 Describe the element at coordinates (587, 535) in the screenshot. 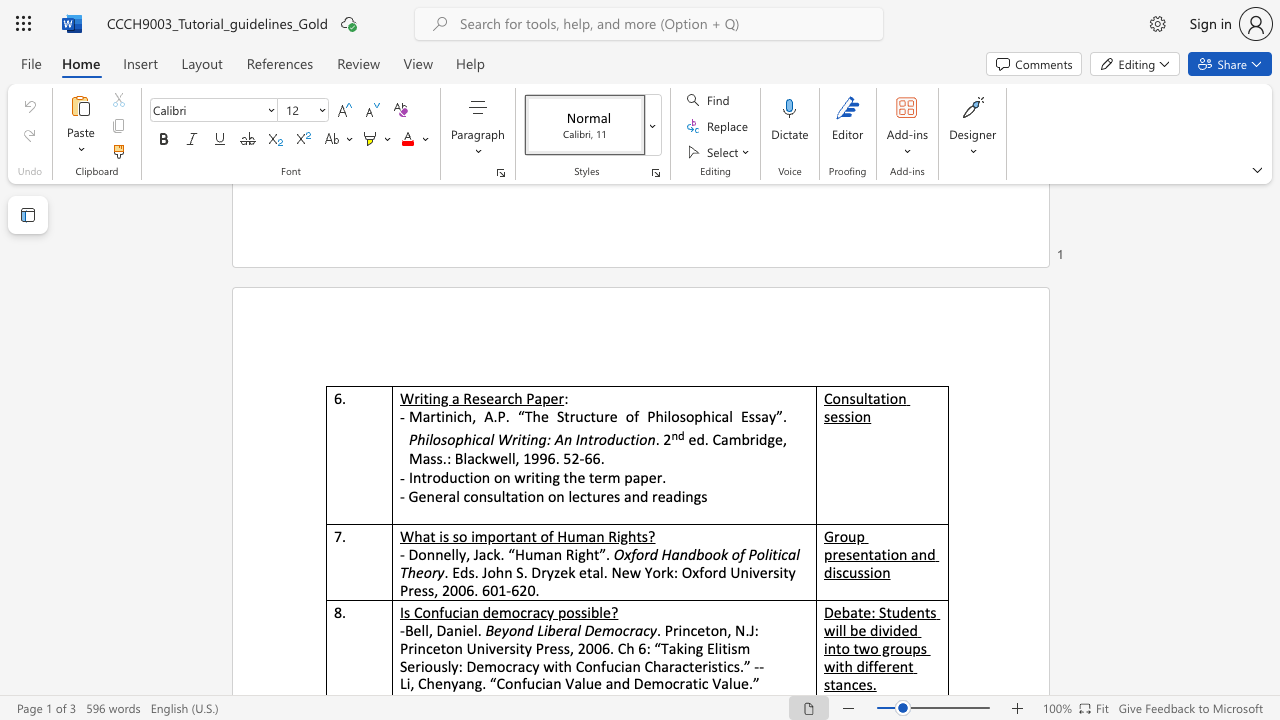

I see `the subset text "an Righ" within the text "What is so important of Human Rights?"` at that location.